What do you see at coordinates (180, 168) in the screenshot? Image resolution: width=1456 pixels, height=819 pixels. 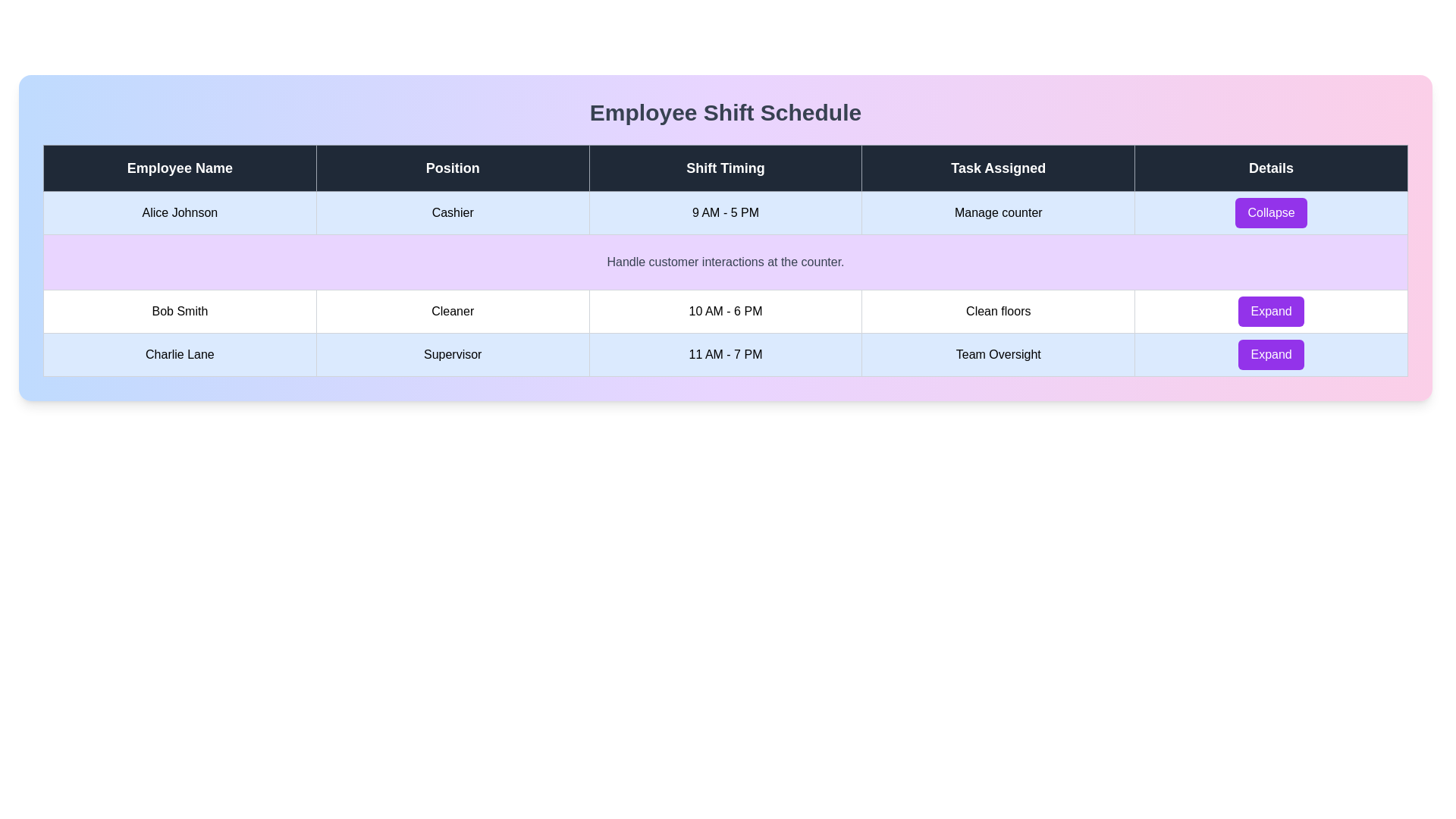 I see `displayed text of the 'Employee Name' label, which is a large white text on a dark background in the first column of the table header` at bounding box center [180, 168].